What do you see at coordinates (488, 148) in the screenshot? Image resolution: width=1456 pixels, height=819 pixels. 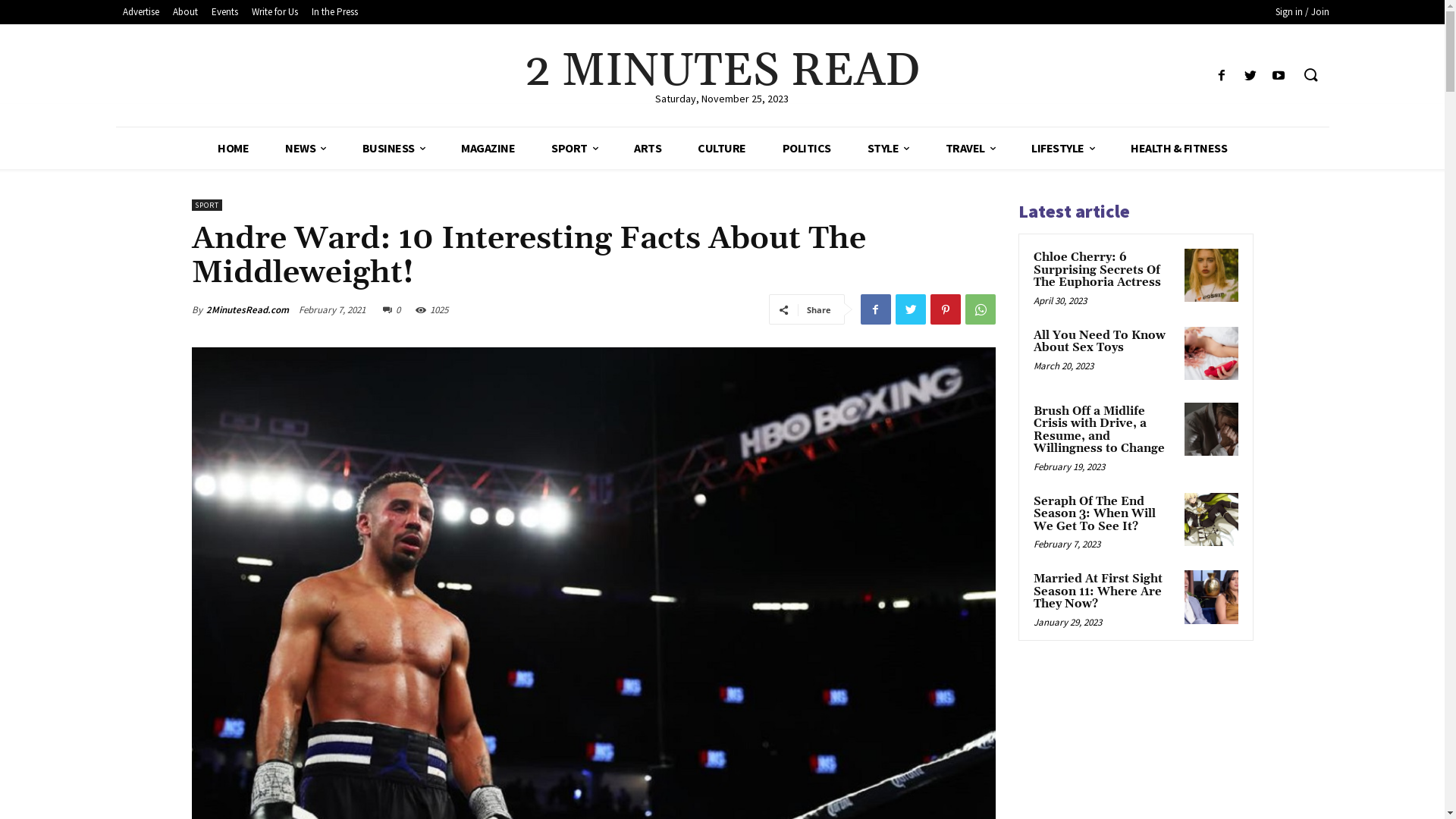 I see `'MAGAZINE'` at bounding box center [488, 148].